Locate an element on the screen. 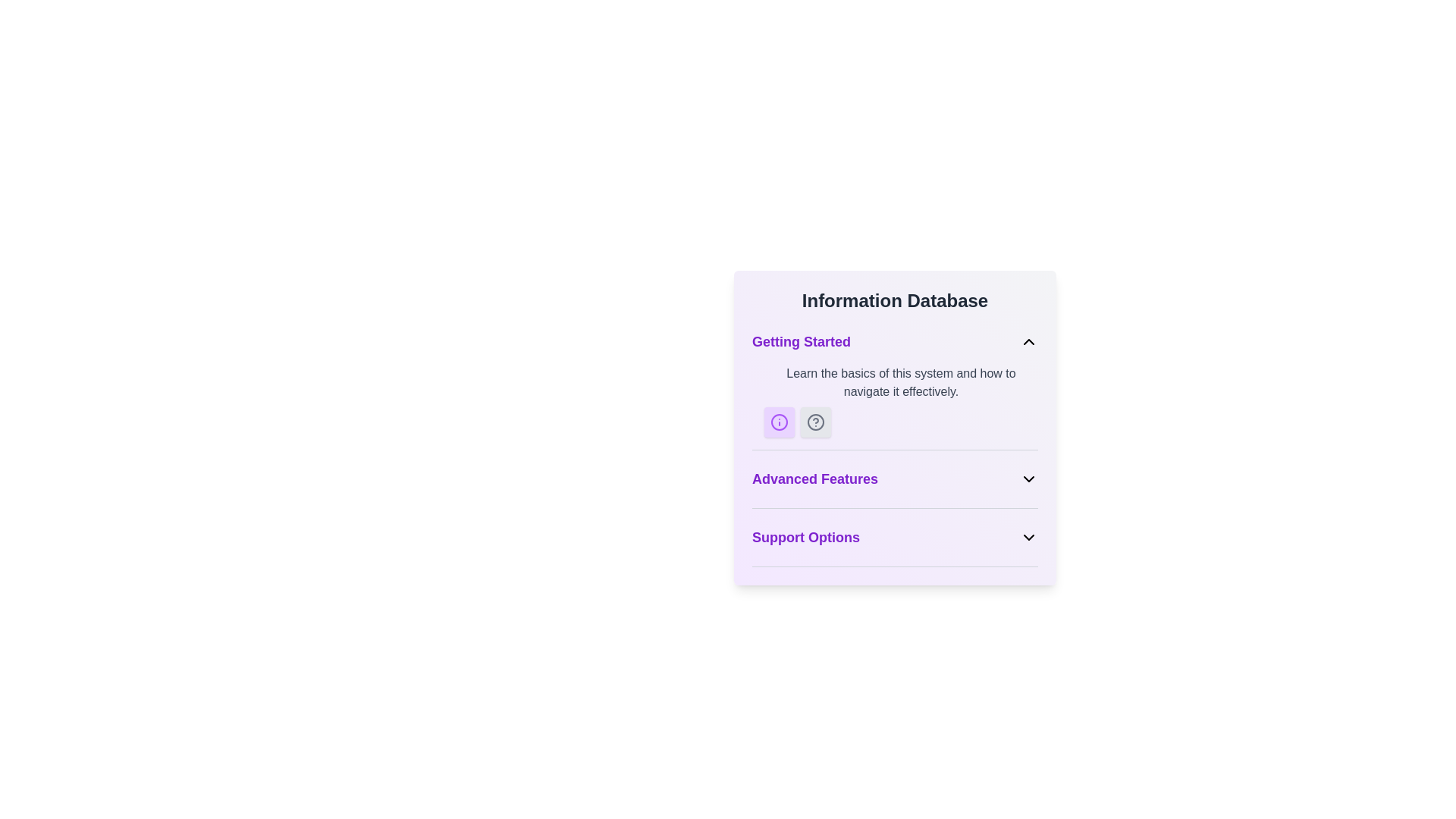 The height and width of the screenshot is (819, 1456). the informational icon with a purple border and white background located under the 'Getting Started' heading, adjacent to a question-mark icon is located at coordinates (779, 422).